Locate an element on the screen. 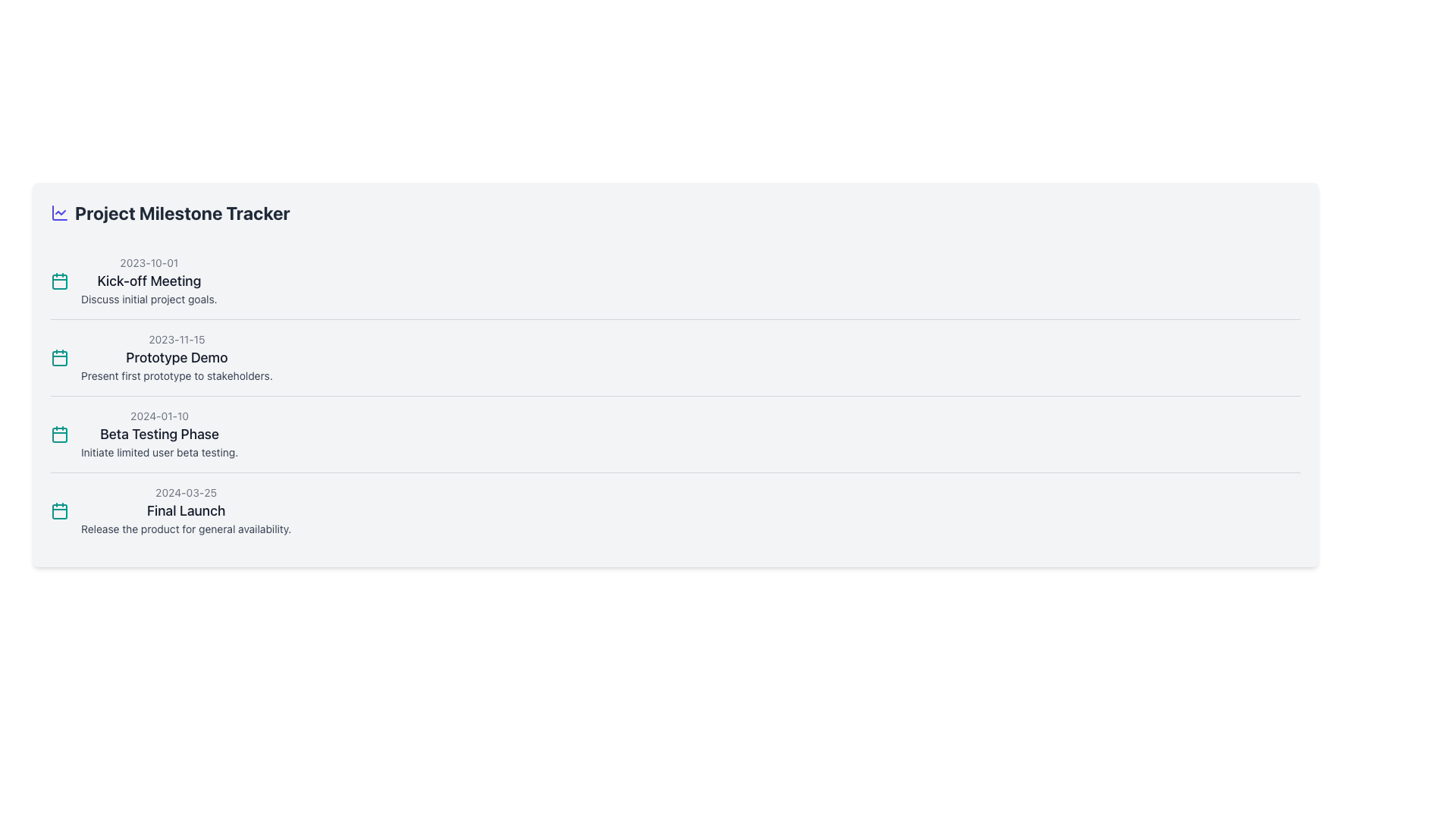  the Text Label indicating 'Beta Testing Phase', which is positioned below the date '2024-01-10' and above the description 'Initiate limited user beta testing.' is located at coordinates (159, 435).